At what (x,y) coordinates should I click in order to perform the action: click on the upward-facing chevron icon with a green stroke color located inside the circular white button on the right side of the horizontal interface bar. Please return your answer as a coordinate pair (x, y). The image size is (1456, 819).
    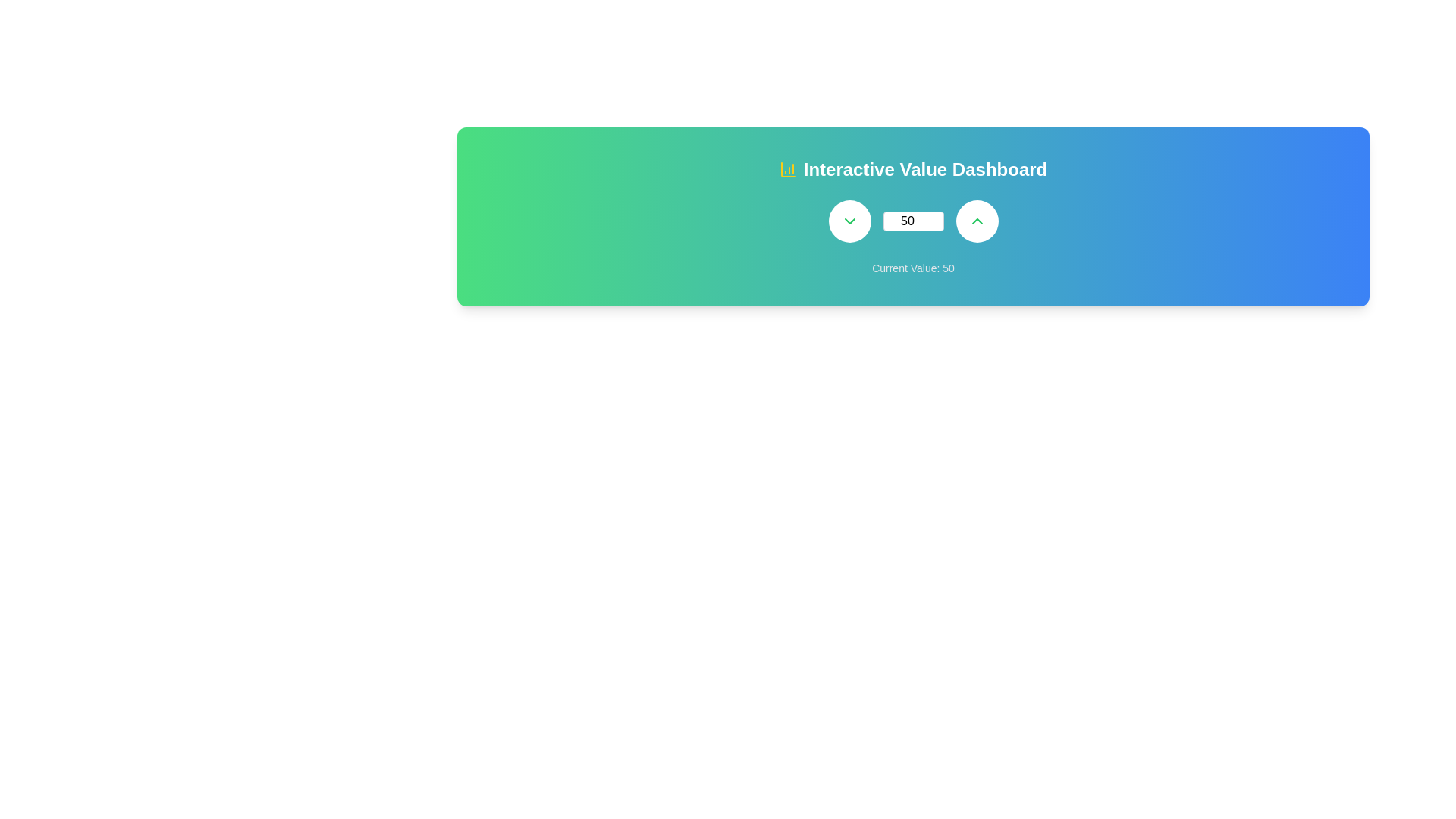
    Looking at the image, I should click on (977, 221).